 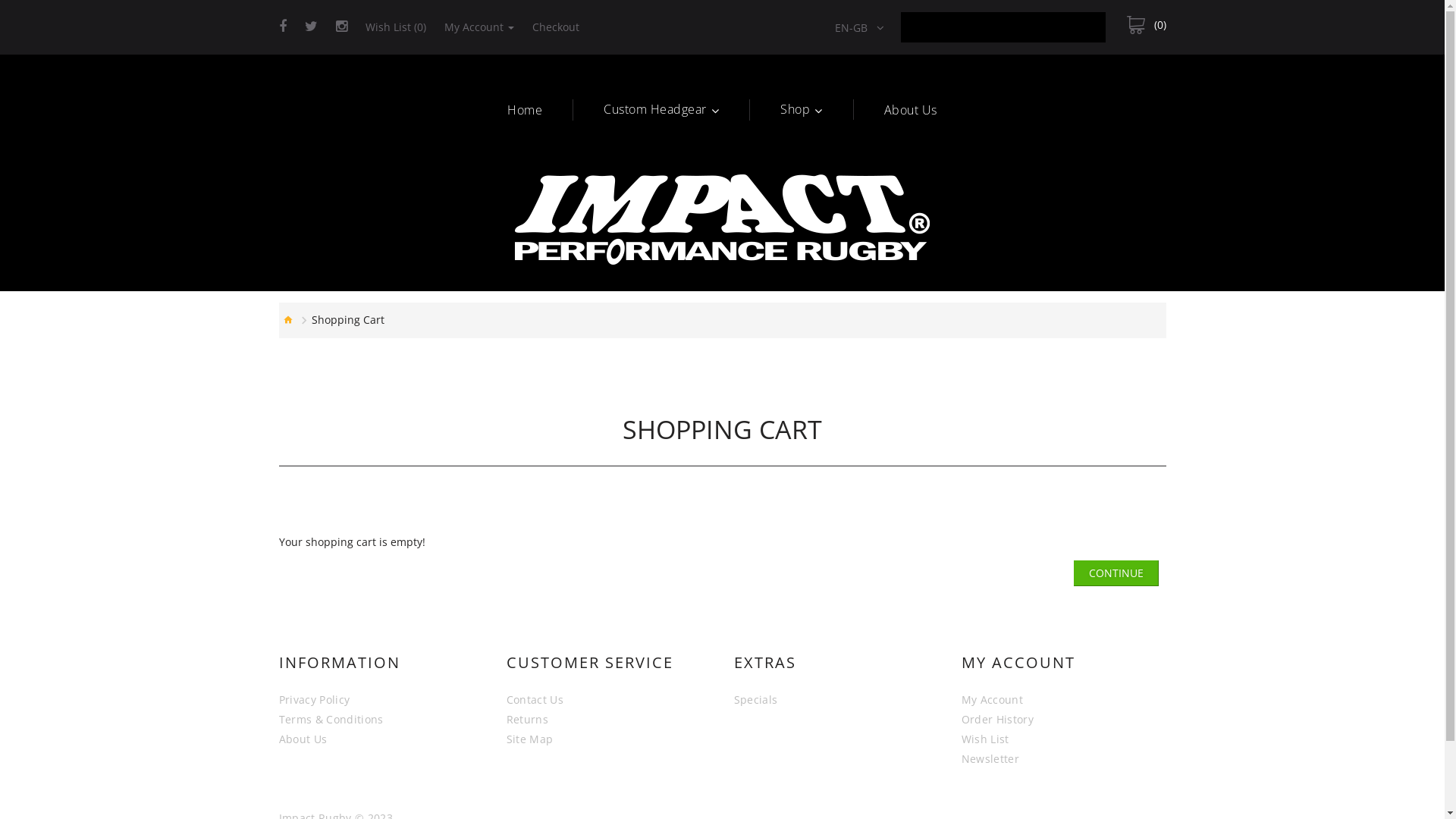 What do you see at coordinates (1116, 573) in the screenshot?
I see `'CONTINUE'` at bounding box center [1116, 573].